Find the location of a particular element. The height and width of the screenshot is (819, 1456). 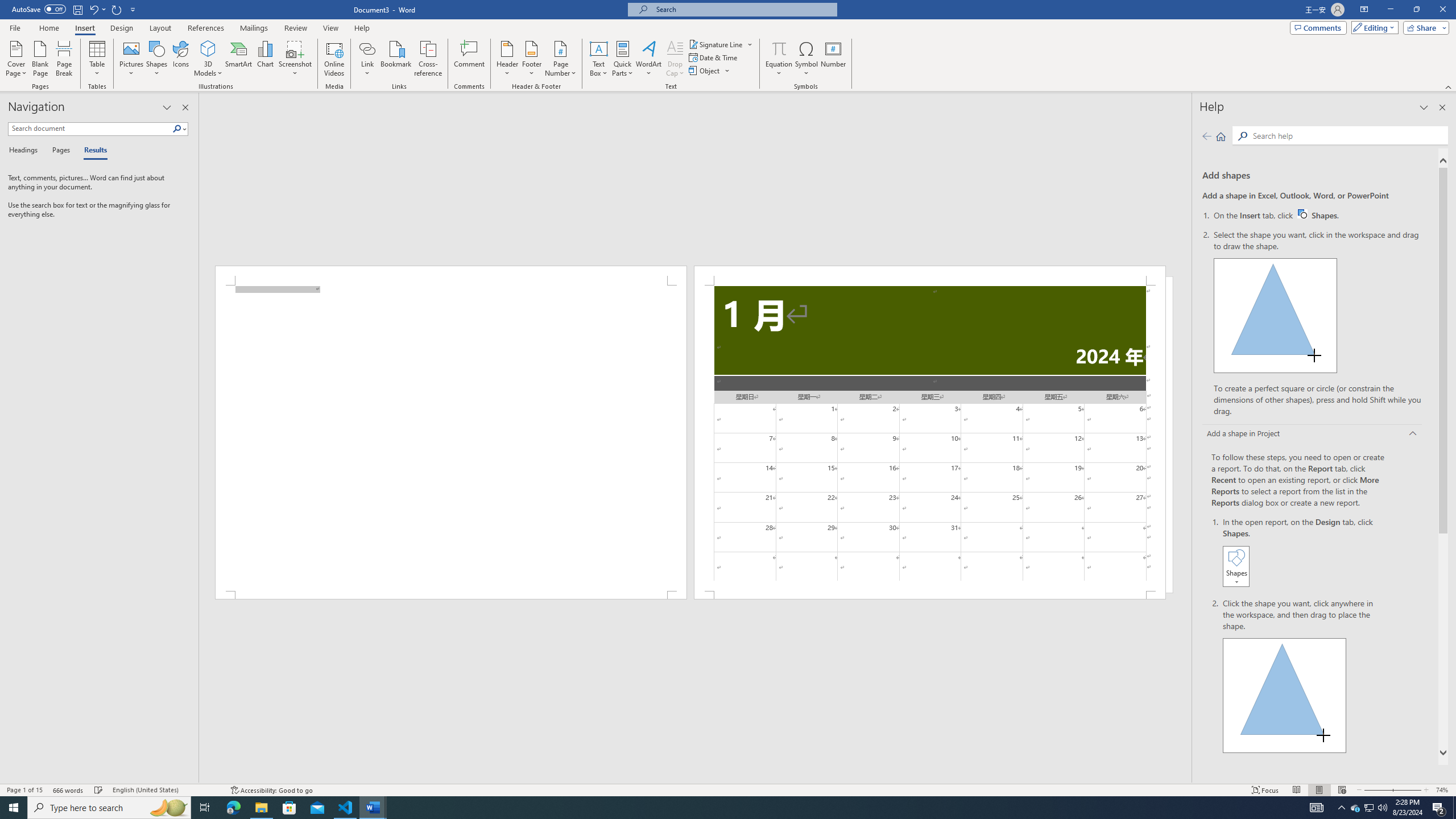

'Cover Page' is located at coordinates (16, 59).